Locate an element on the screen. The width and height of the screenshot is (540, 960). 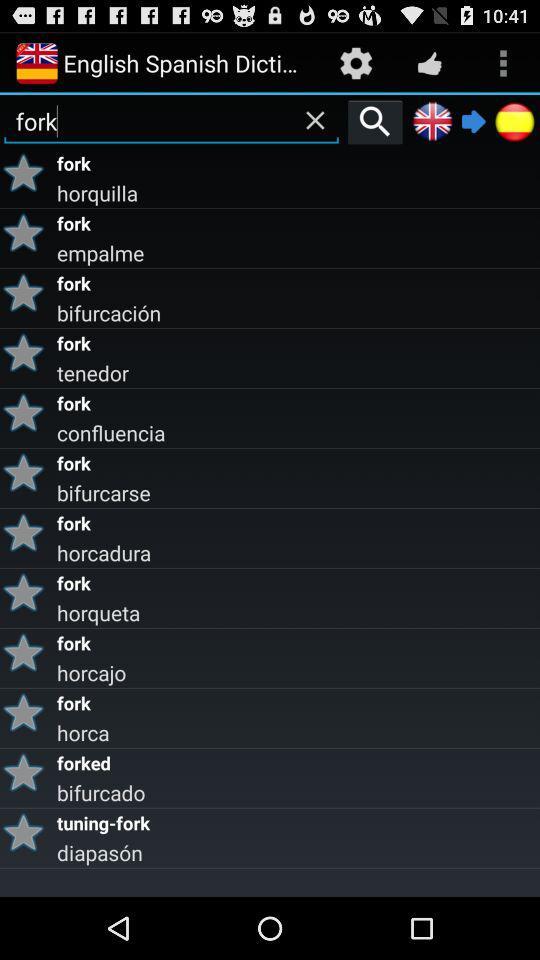
the close icon is located at coordinates (315, 127).